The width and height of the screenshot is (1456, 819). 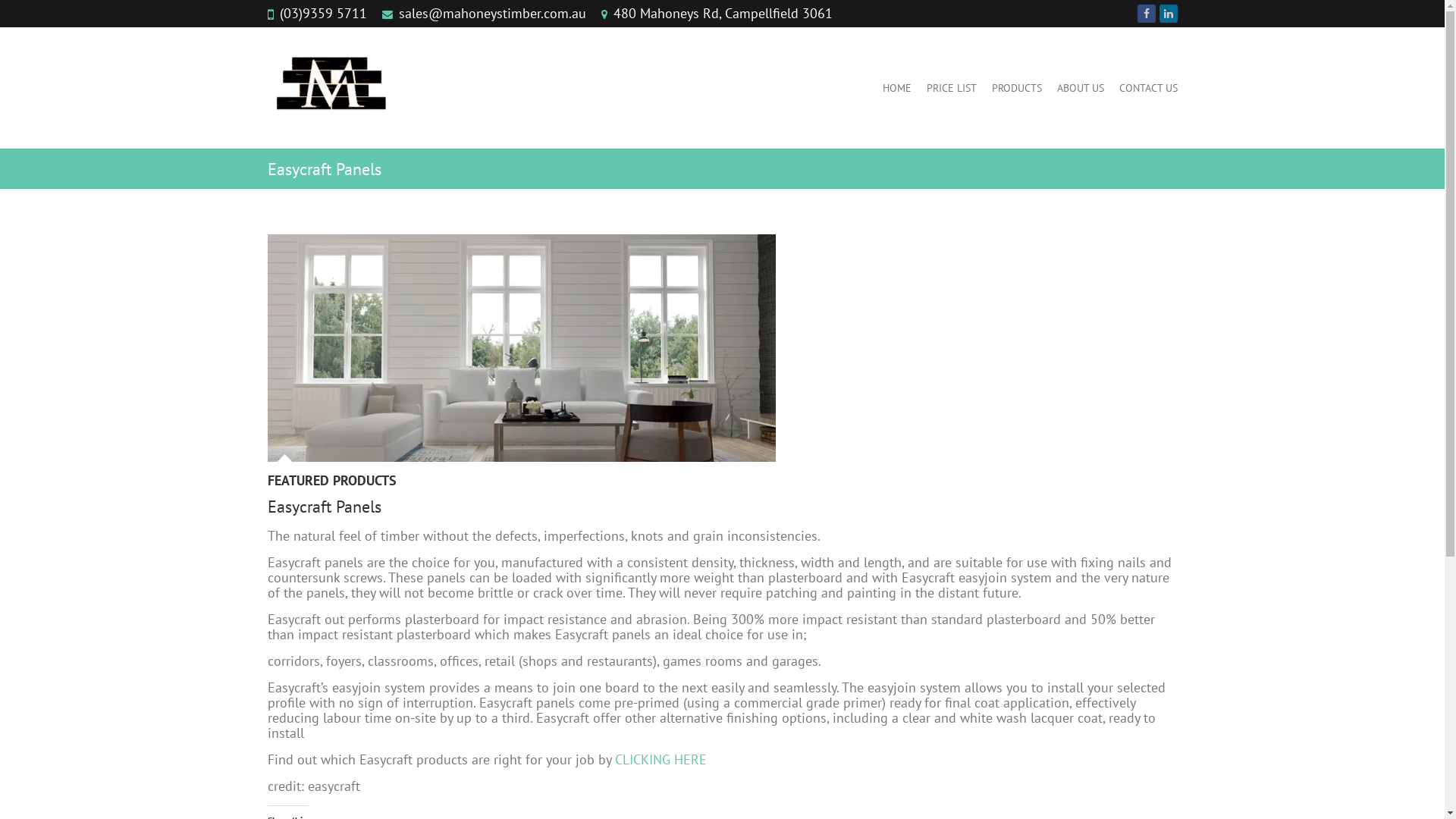 What do you see at coordinates (1080, 87) in the screenshot?
I see `'ABOUT US'` at bounding box center [1080, 87].